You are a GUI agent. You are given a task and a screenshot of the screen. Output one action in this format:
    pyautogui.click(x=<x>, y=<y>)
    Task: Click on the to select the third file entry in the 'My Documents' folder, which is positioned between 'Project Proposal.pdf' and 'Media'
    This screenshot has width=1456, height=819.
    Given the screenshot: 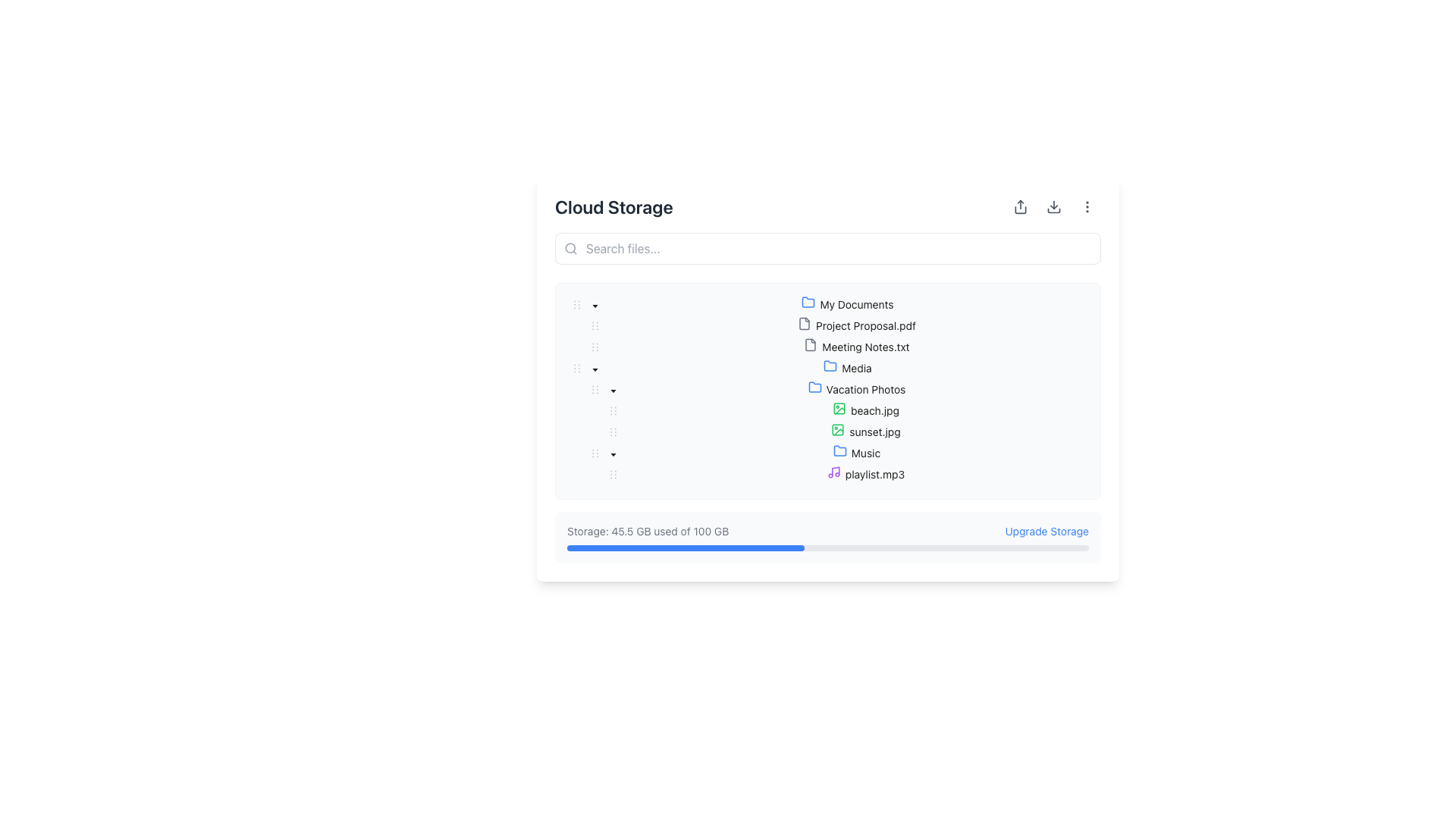 What is the action you would take?
    pyautogui.click(x=827, y=347)
    